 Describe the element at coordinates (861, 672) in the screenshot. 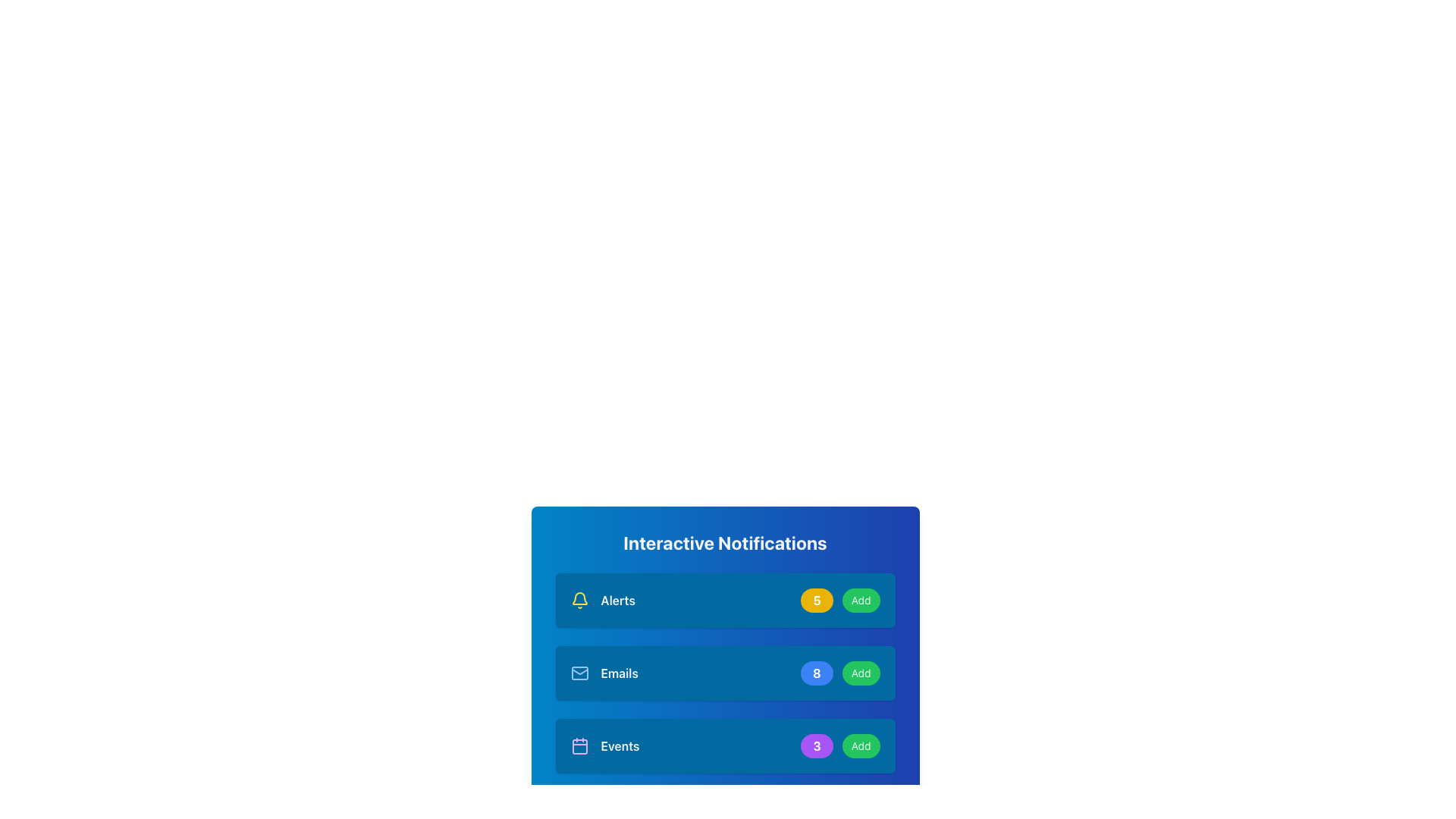

I see `the button located in the 'Emails' section of the 'Interactive Notifications' area, positioned to the right of the blue circular element displaying '8'` at that location.